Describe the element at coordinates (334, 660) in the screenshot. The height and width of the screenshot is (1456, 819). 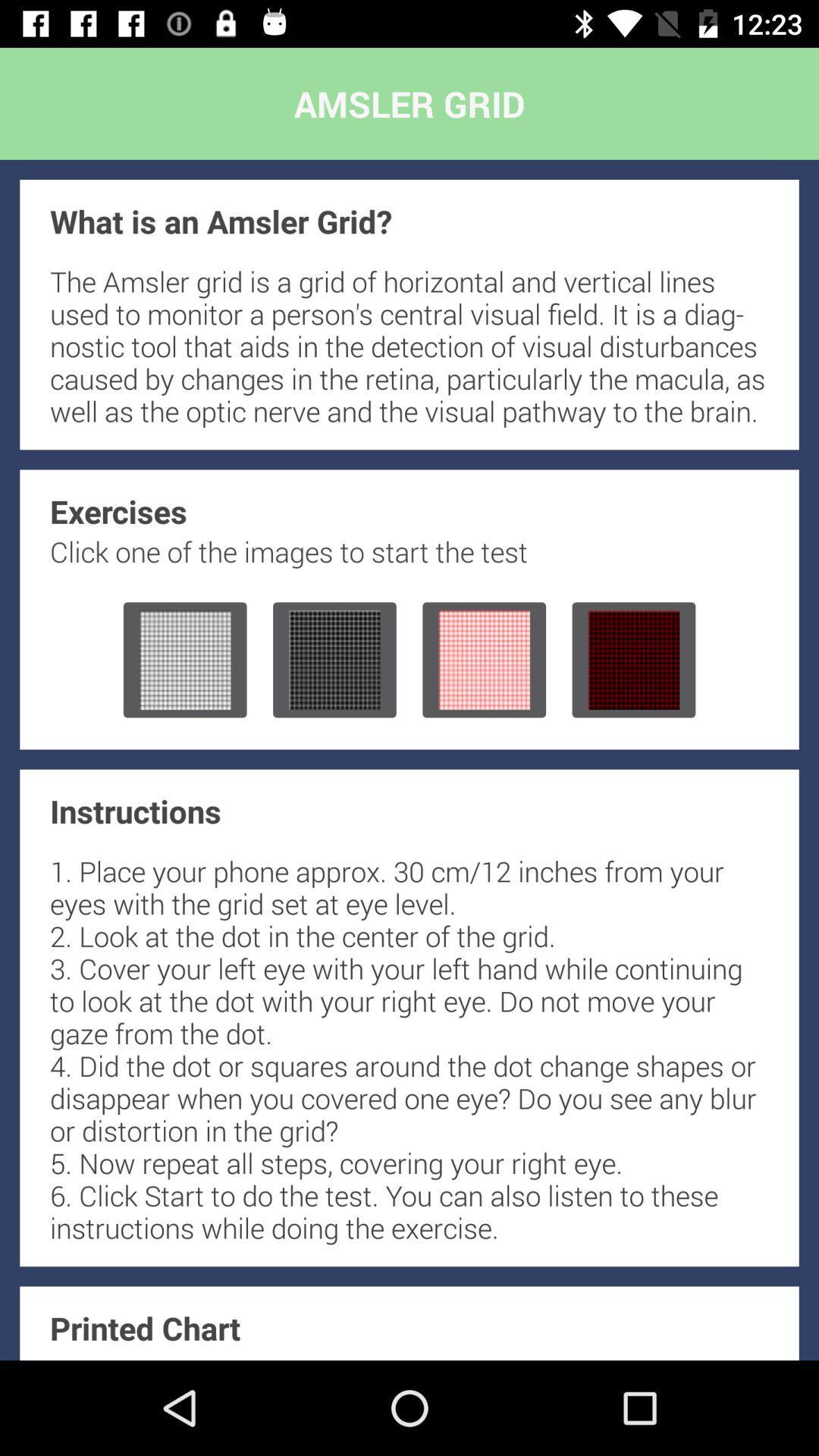
I see `it a choice for a gray image` at that location.